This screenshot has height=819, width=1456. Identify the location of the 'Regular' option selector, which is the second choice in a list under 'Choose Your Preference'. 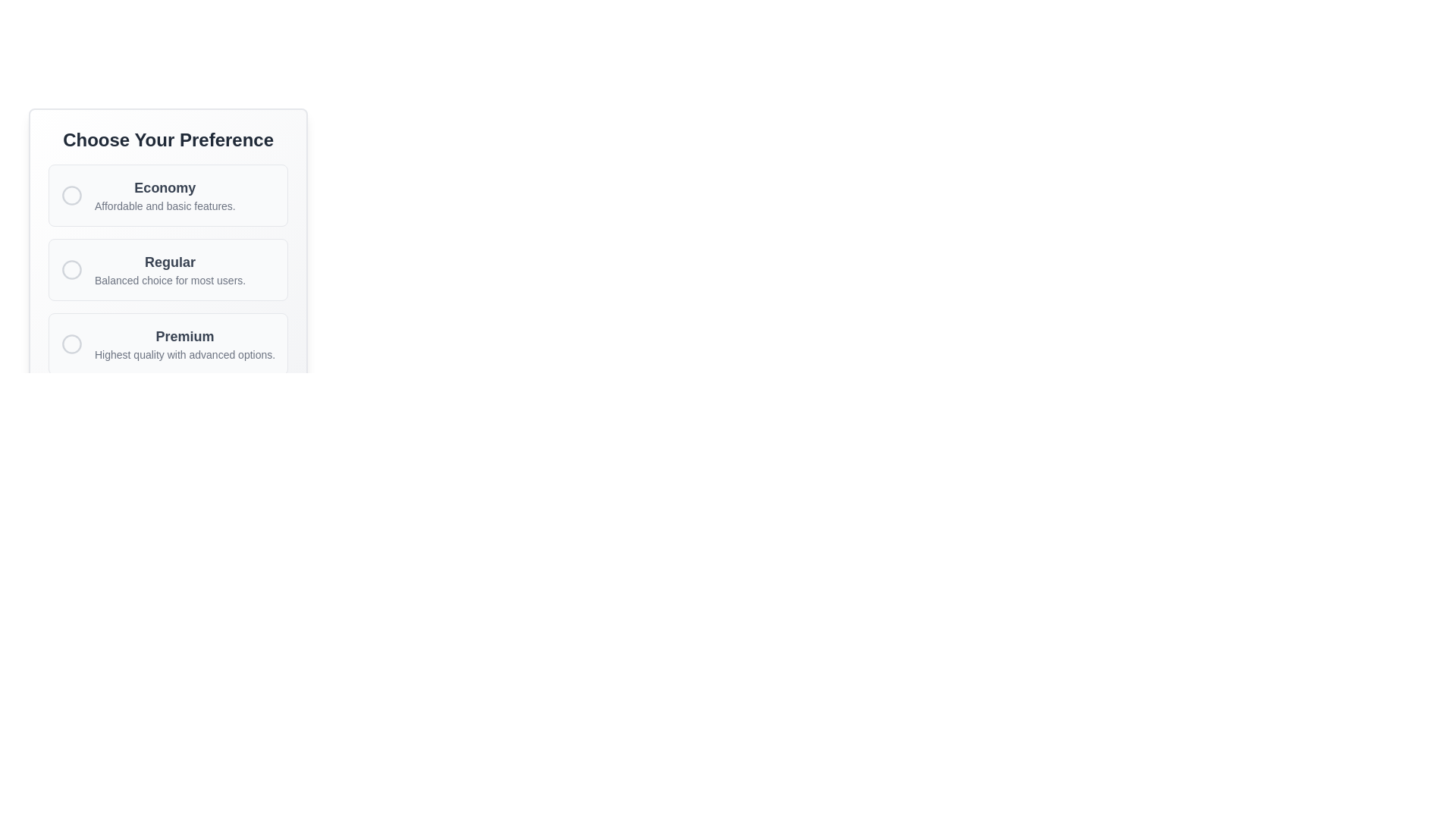
(168, 250).